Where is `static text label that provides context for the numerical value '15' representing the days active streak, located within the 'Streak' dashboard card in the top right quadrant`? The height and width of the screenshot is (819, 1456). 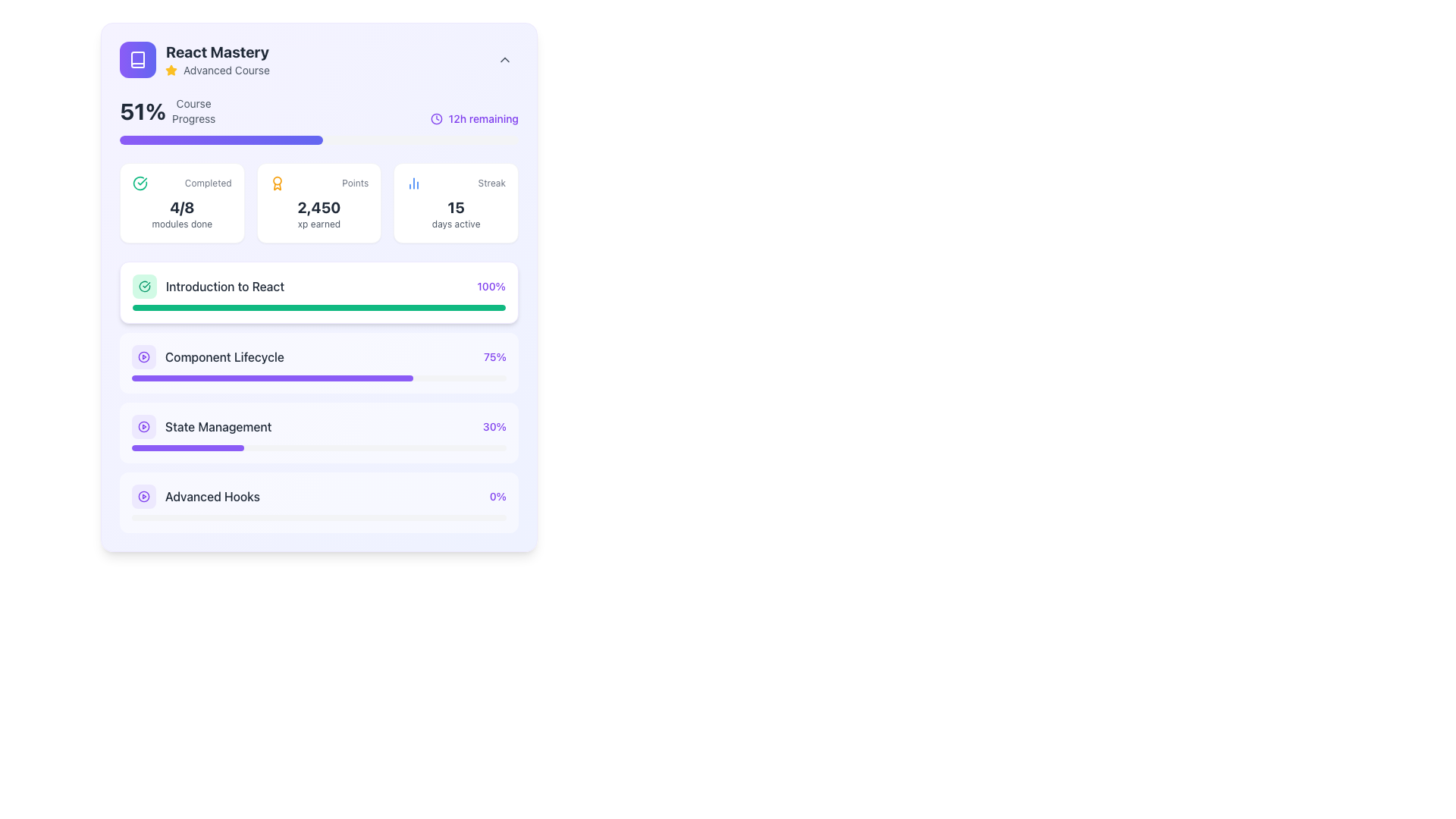
static text label that provides context for the numerical value '15' representing the days active streak, located within the 'Streak' dashboard card in the top right quadrant is located at coordinates (455, 224).